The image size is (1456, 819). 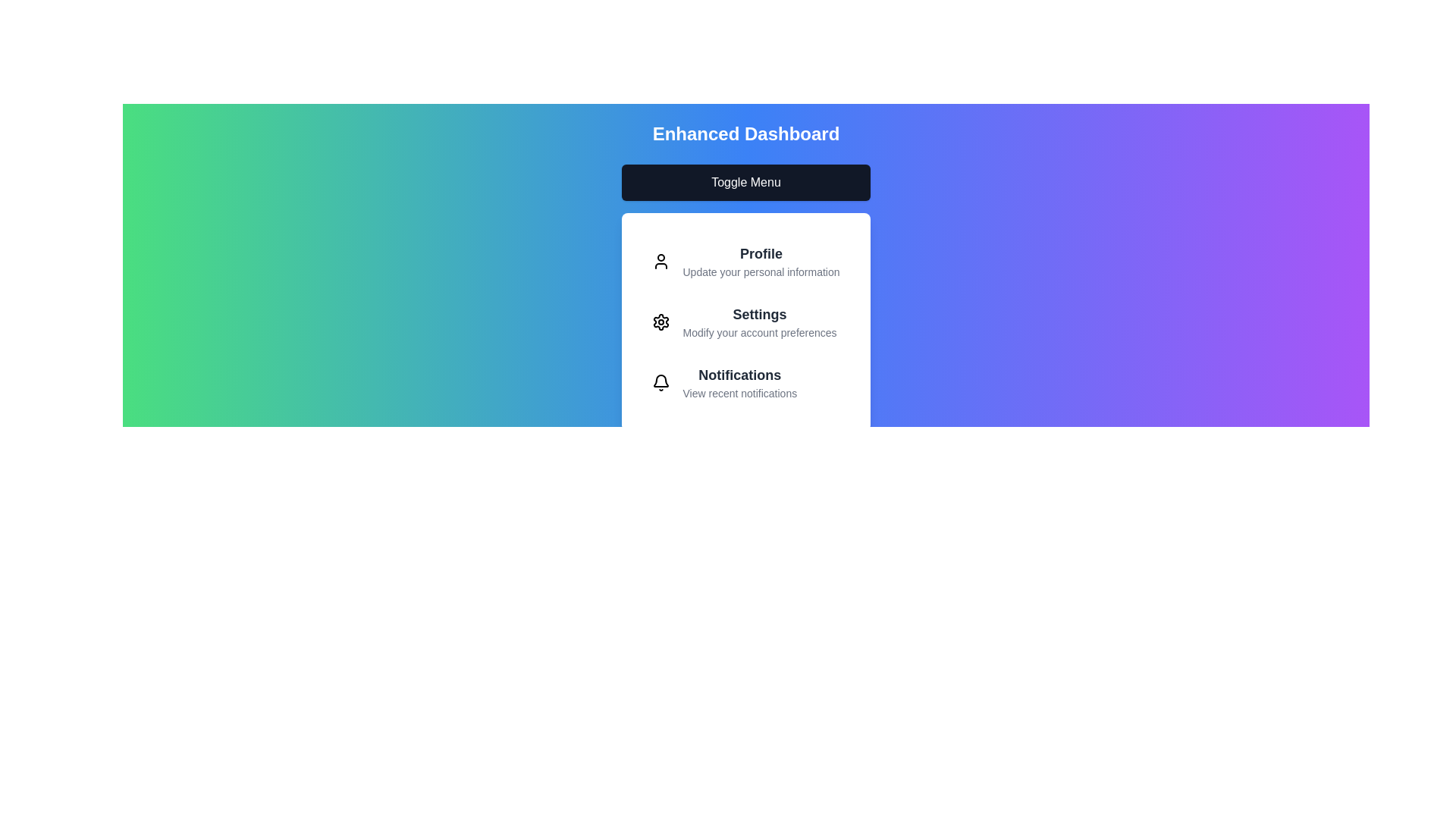 What do you see at coordinates (760, 321) in the screenshot?
I see `the 'Settings' menu item to trigger its associated action` at bounding box center [760, 321].